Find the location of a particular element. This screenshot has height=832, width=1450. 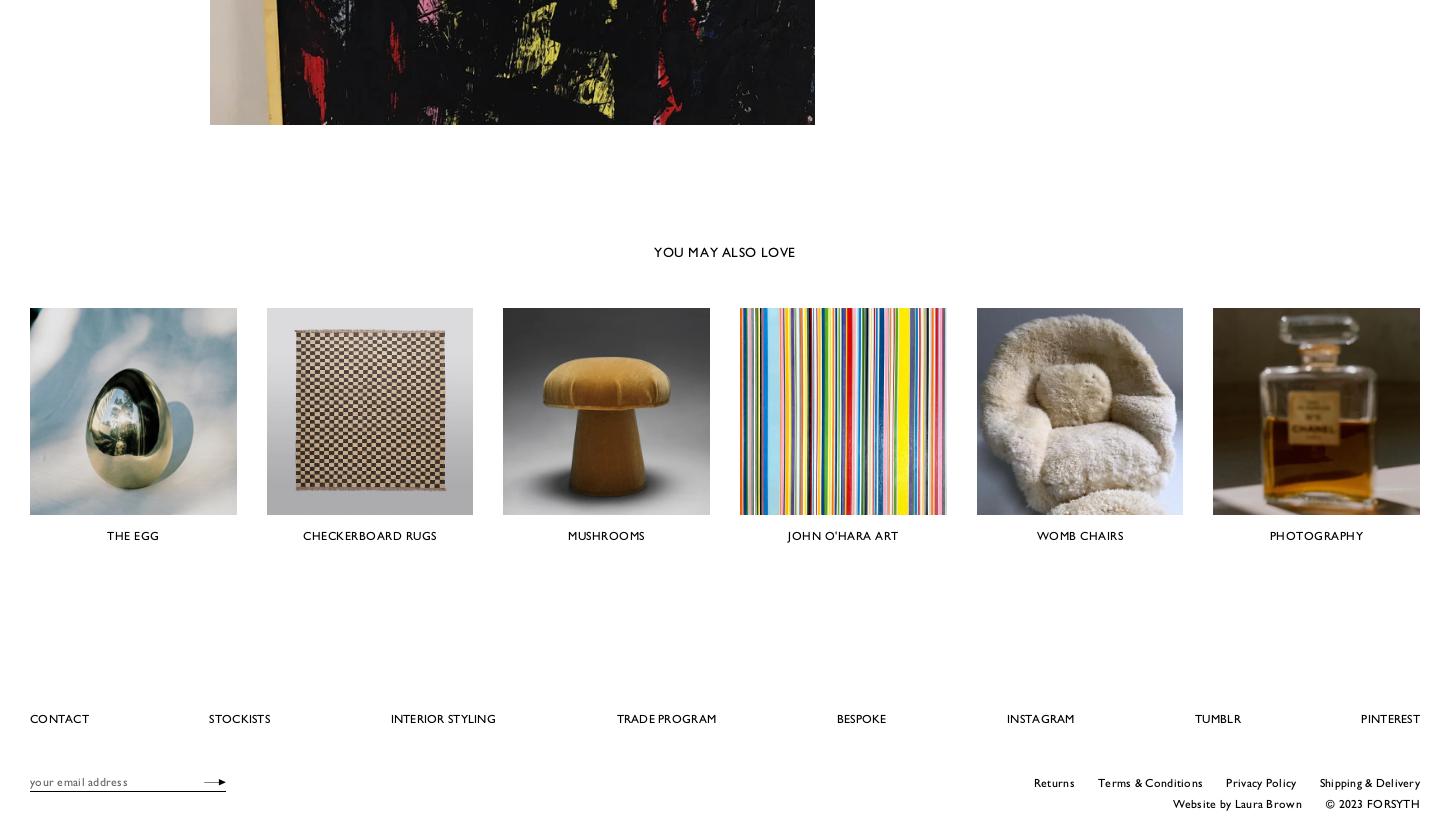

'© 2023 FORSYTH' is located at coordinates (1371, 800).